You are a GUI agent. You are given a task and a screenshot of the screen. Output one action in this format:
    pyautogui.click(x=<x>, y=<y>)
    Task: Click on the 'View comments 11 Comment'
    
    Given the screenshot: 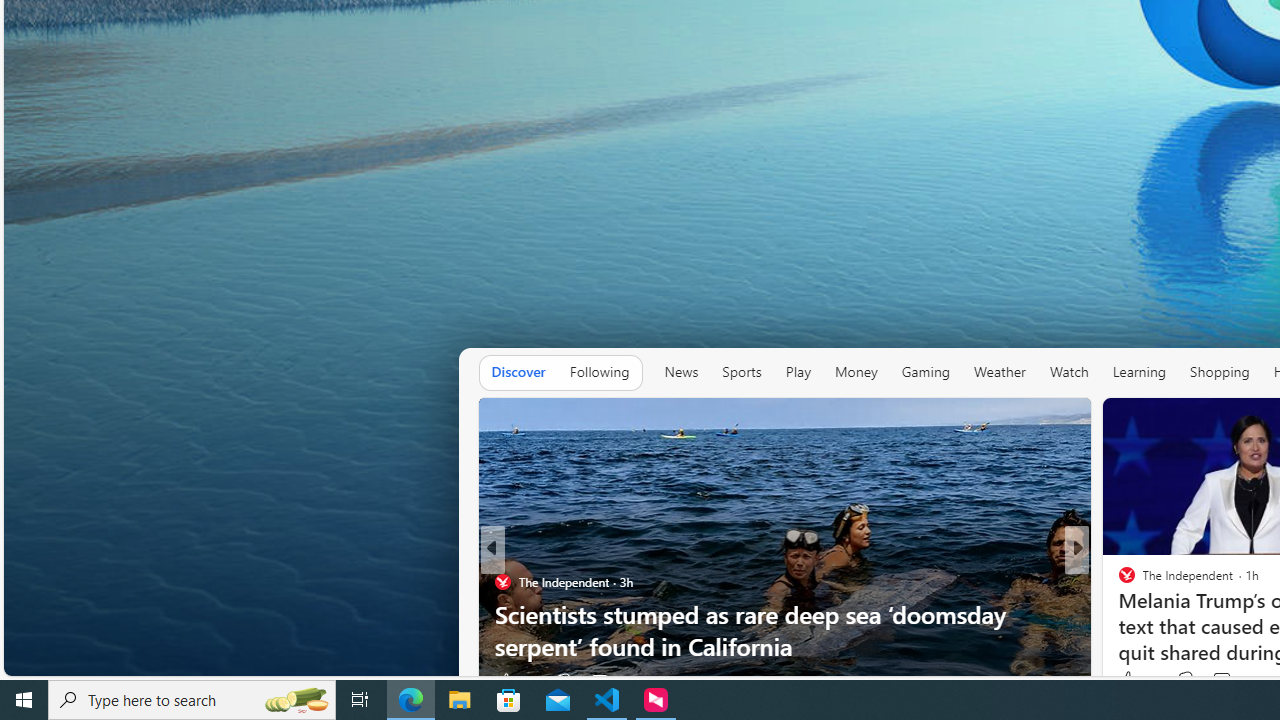 What is the action you would take?
    pyautogui.click(x=1223, y=680)
    